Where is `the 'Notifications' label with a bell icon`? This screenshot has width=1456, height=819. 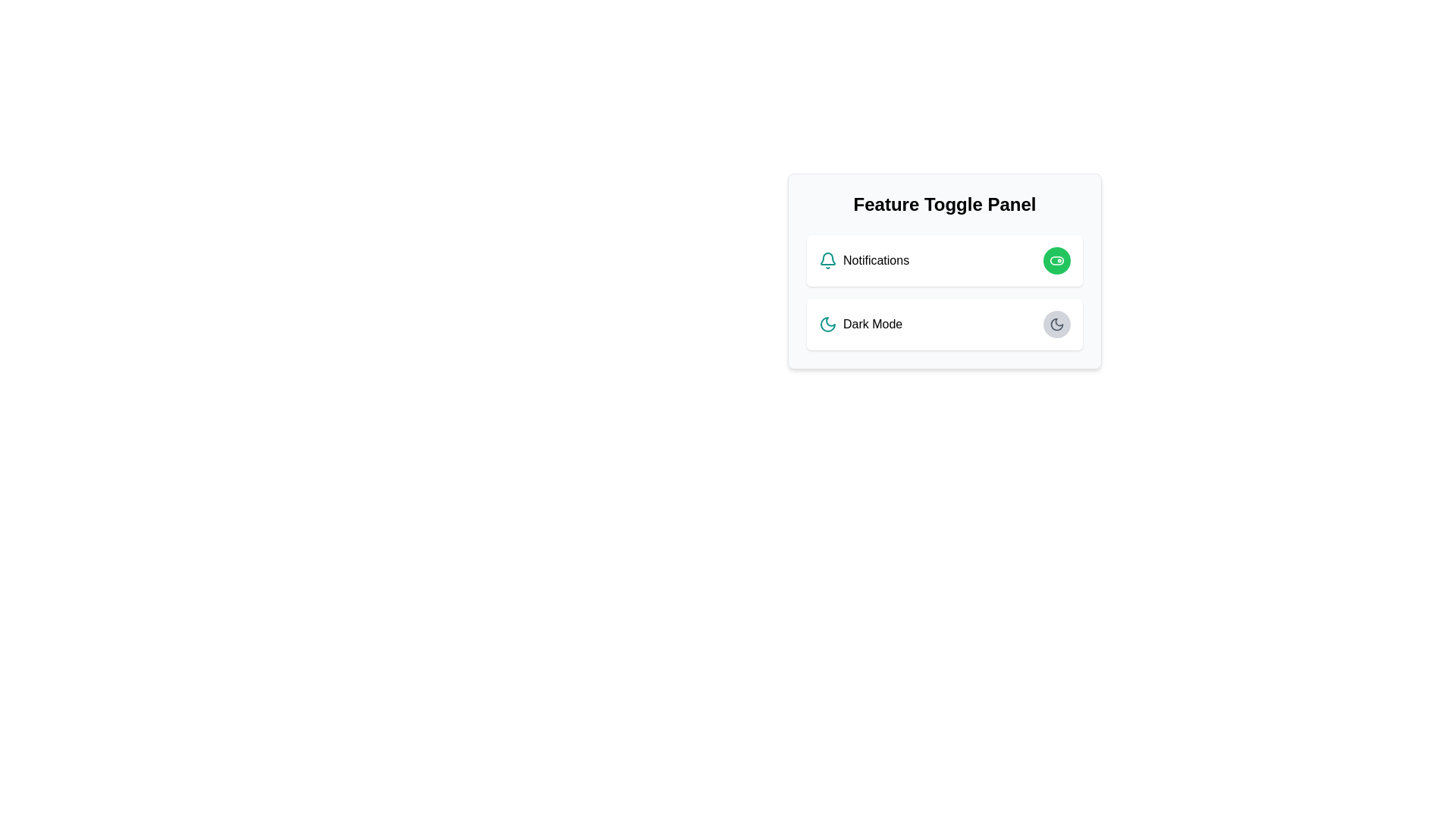
the 'Notifications' label with a bell icon is located at coordinates (864, 259).